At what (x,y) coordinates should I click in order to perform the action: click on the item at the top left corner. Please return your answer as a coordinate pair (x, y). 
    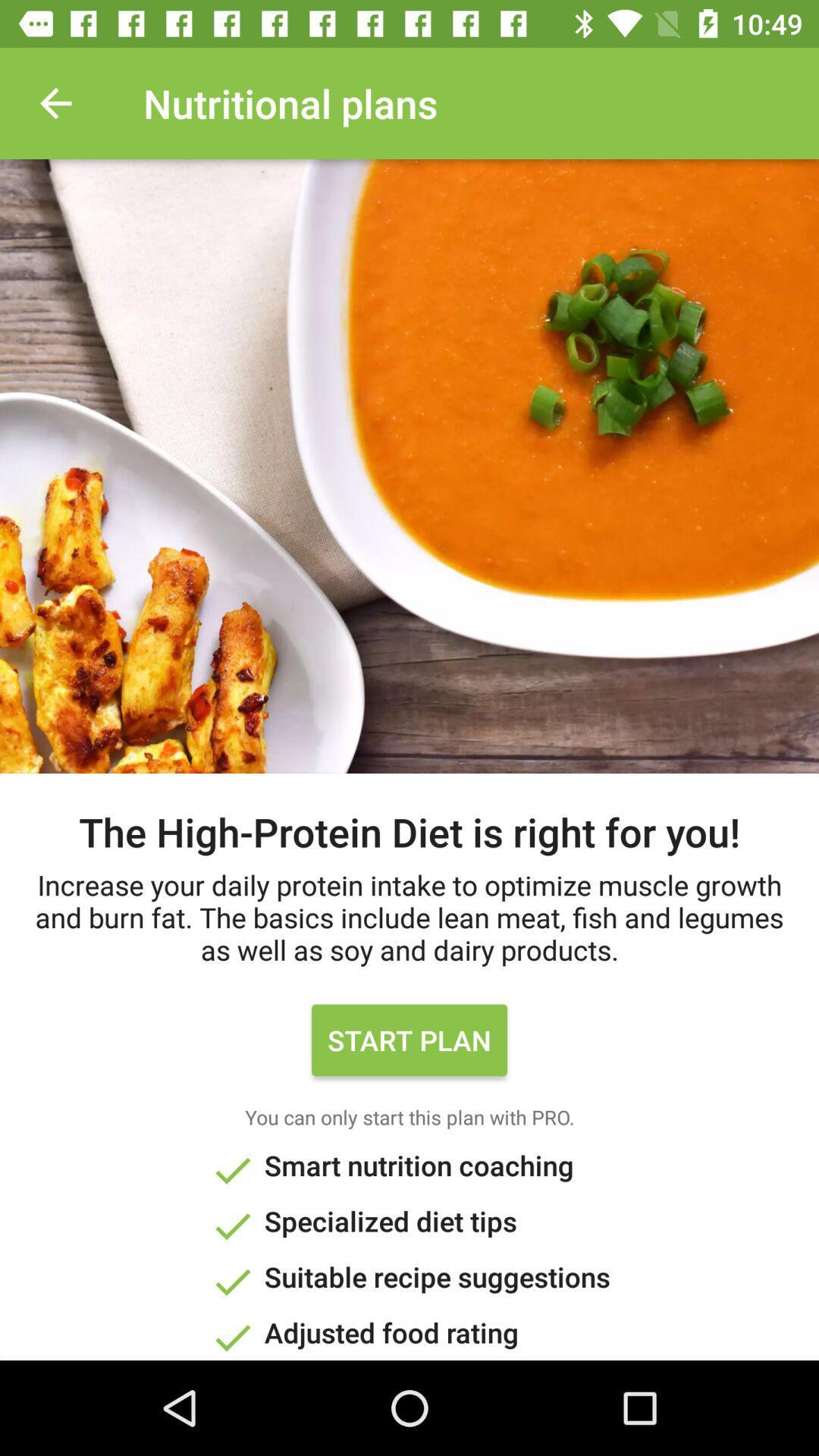
    Looking at the image, I should click on (55, 102).